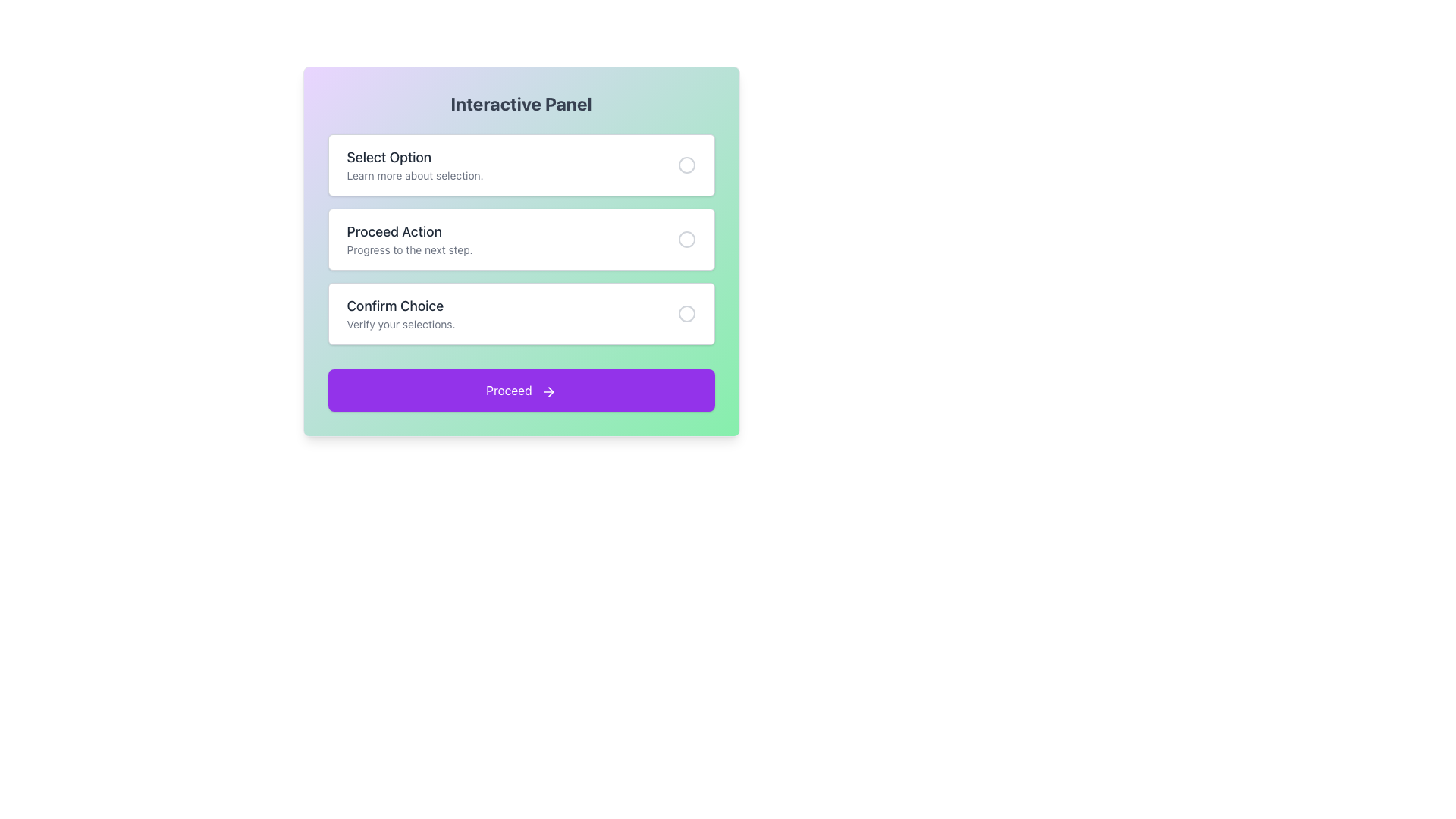 This screenshot has width=1456, height=819. Describe the element at coordinates (415, 165) in the screenshot. I see `the topmost selectable option in the list under the 'Interactive Panel' heading` at that location.